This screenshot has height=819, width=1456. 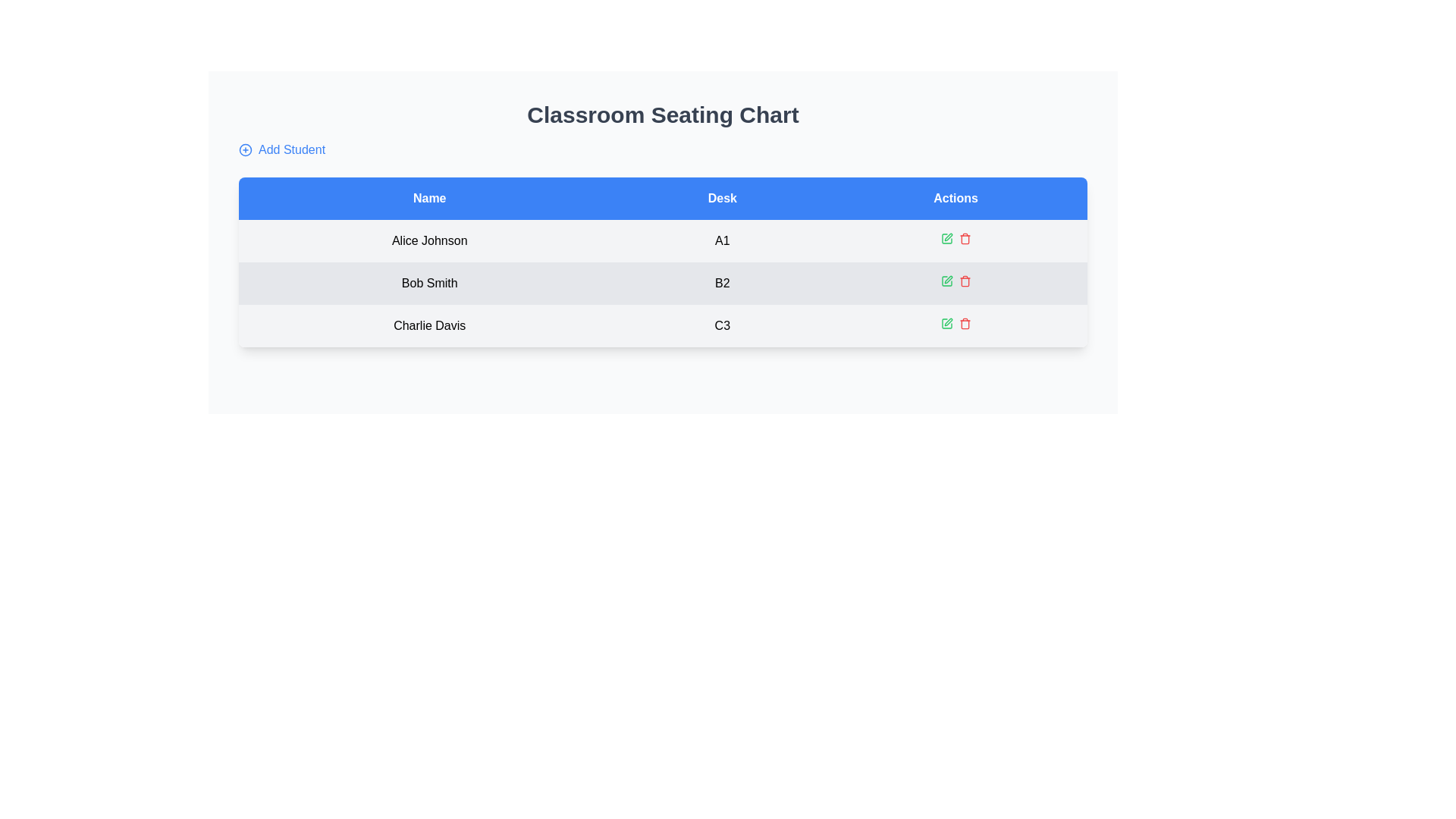 What do you see at coordinates (955, 198) in the screenshot?
I see `the 'Actions' text label, which is styled with white text on a blue background and located at the rightmost position in the header row of a table, adjacent to the 'Desk' header` at bounding box center [955, 198].